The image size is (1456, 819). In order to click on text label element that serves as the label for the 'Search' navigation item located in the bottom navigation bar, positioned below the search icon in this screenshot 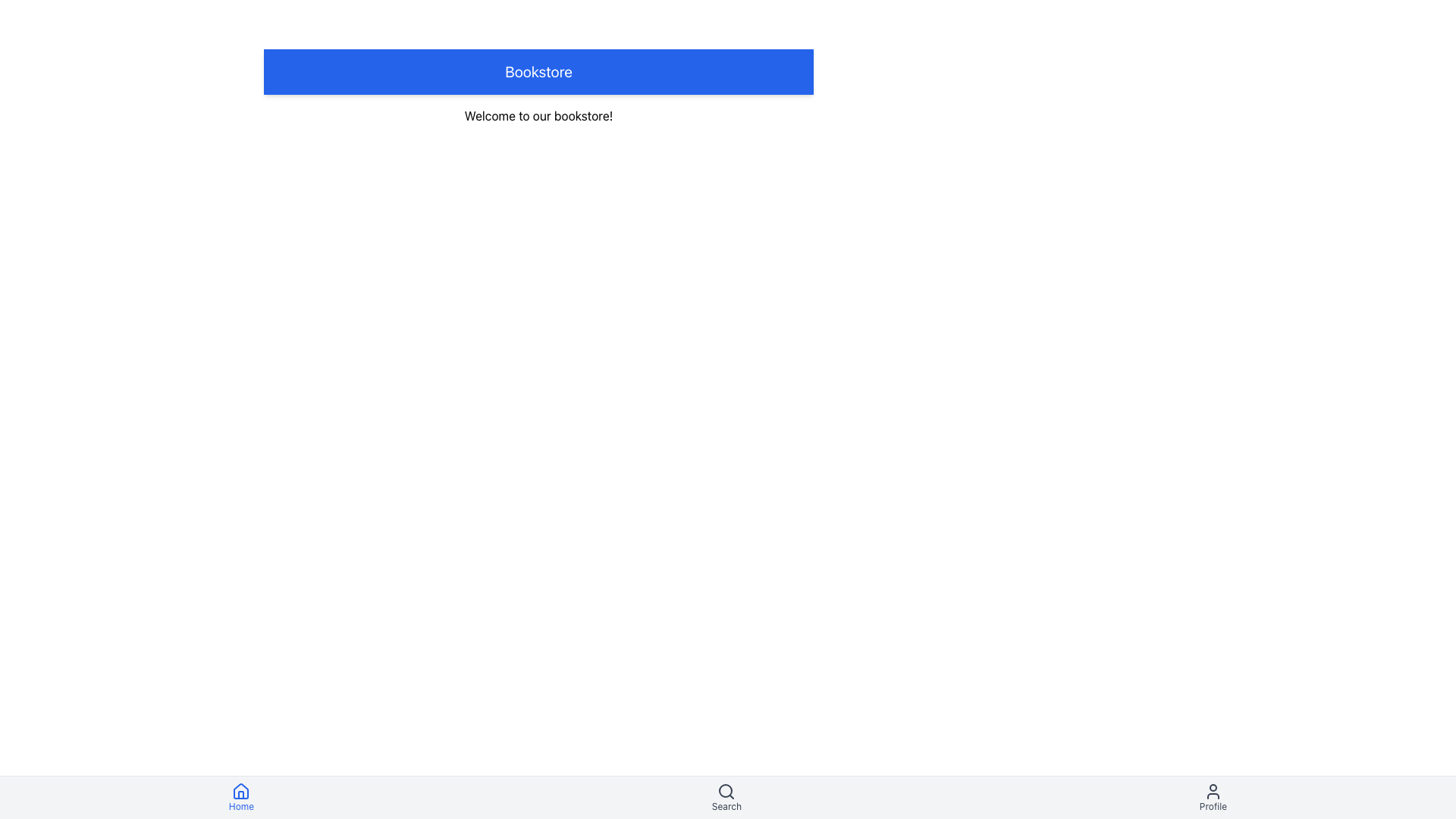, I will do `click(726, 806)`.